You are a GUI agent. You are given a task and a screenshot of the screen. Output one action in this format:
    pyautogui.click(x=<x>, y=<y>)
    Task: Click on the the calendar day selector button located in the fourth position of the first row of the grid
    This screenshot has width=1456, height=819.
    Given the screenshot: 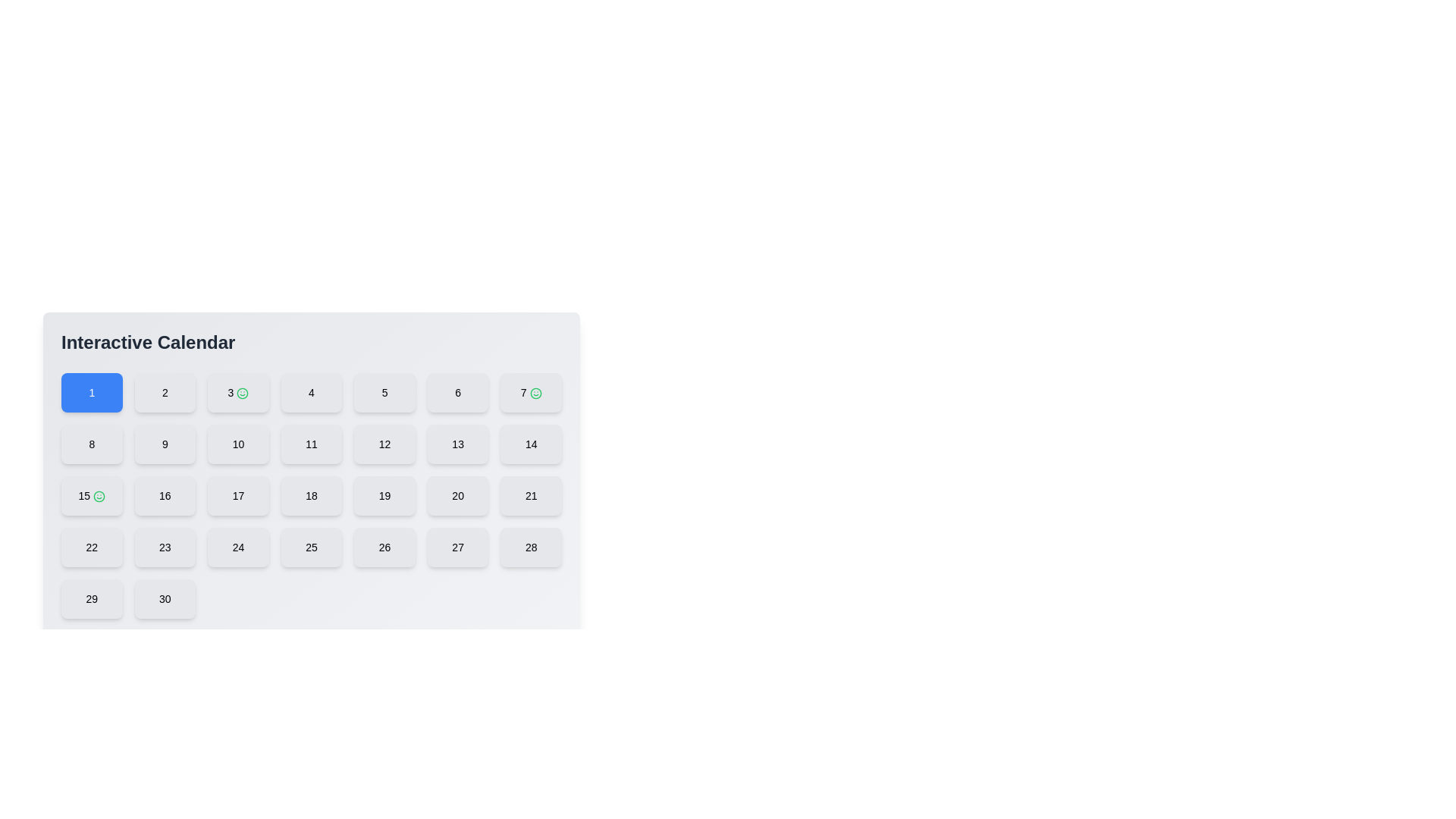 What is the action you would take?
    pyautogui.click(x=311, y=391)
    